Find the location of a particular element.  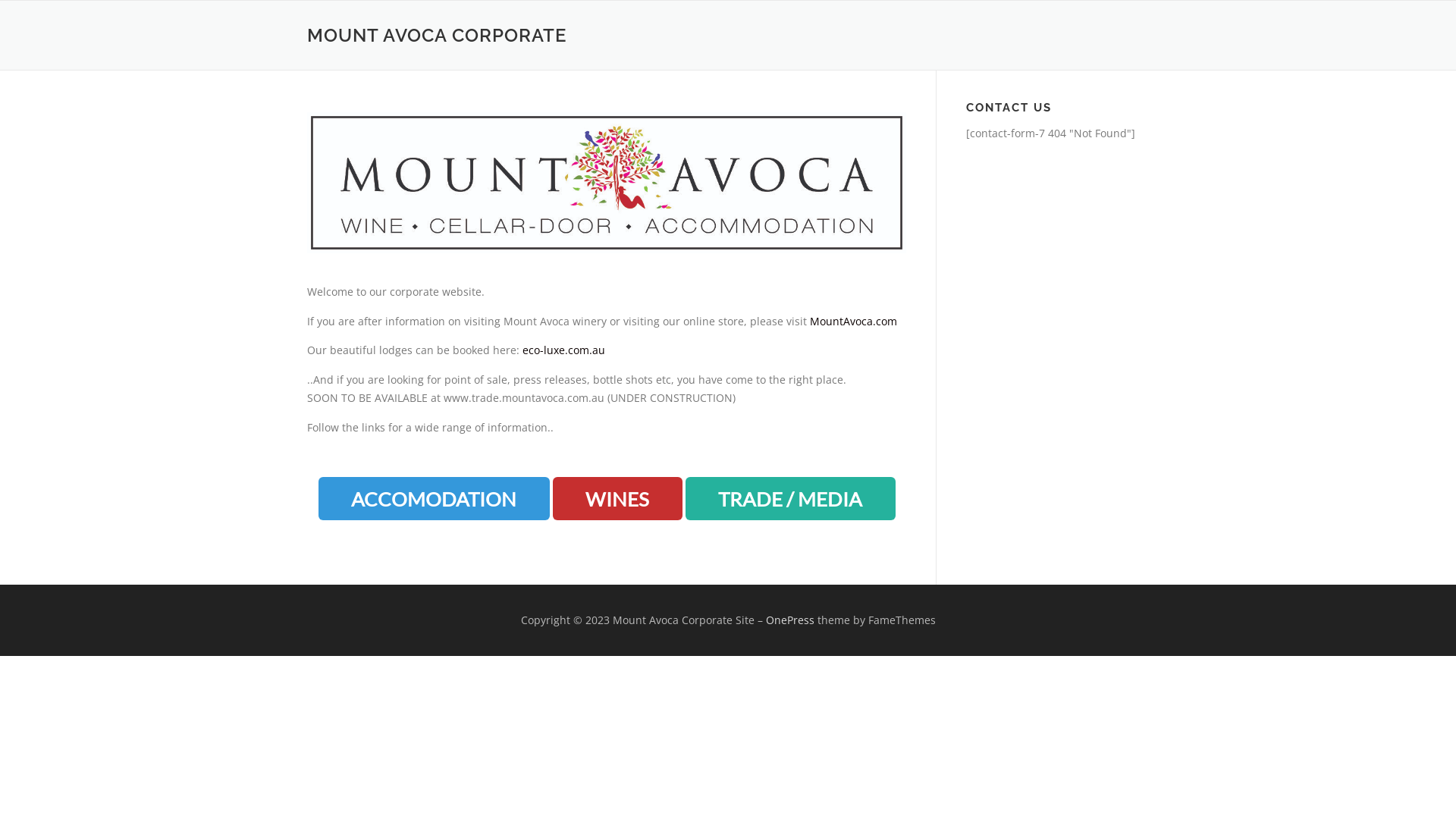

'MountAvoca.com' is located at coordinates (809, 320).